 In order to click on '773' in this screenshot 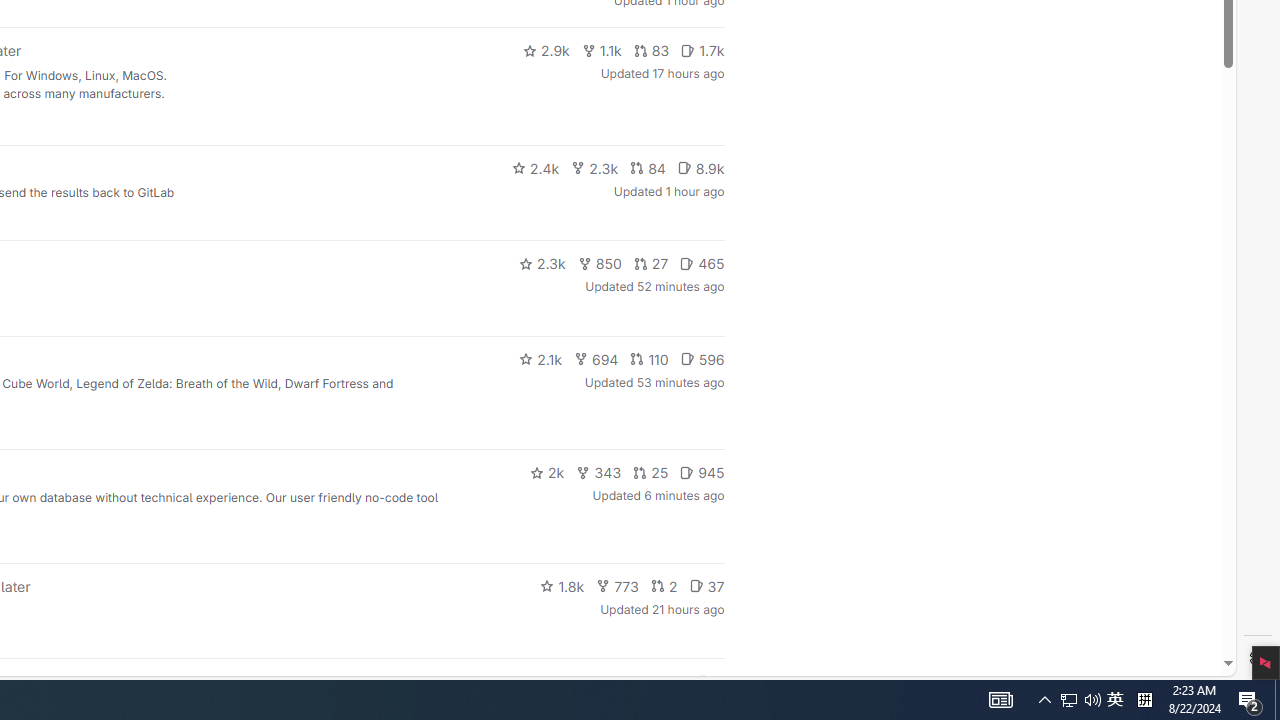, I will do `click(617, 585)`.